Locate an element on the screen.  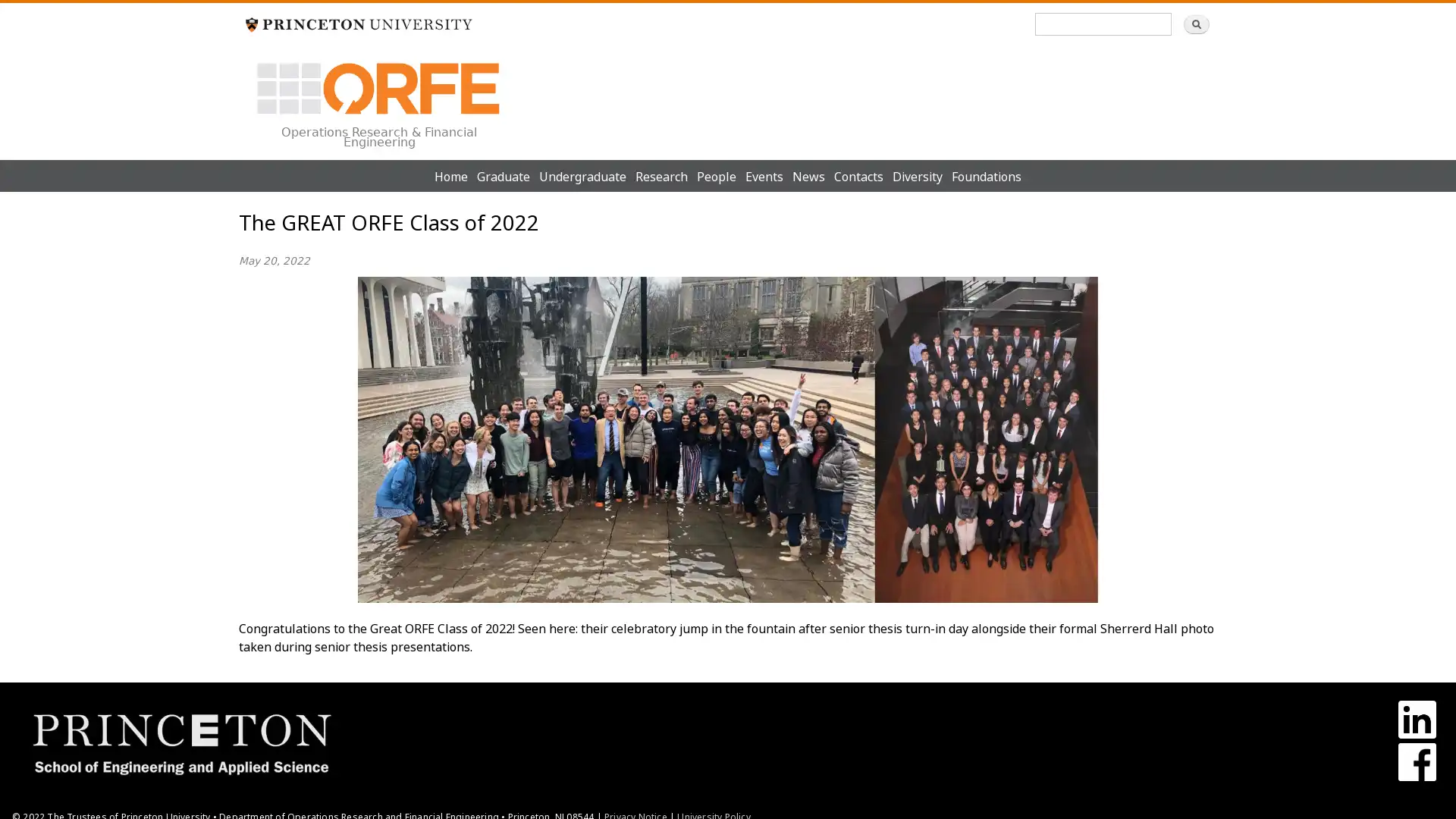
Search is located at coordinates (1196, 24).